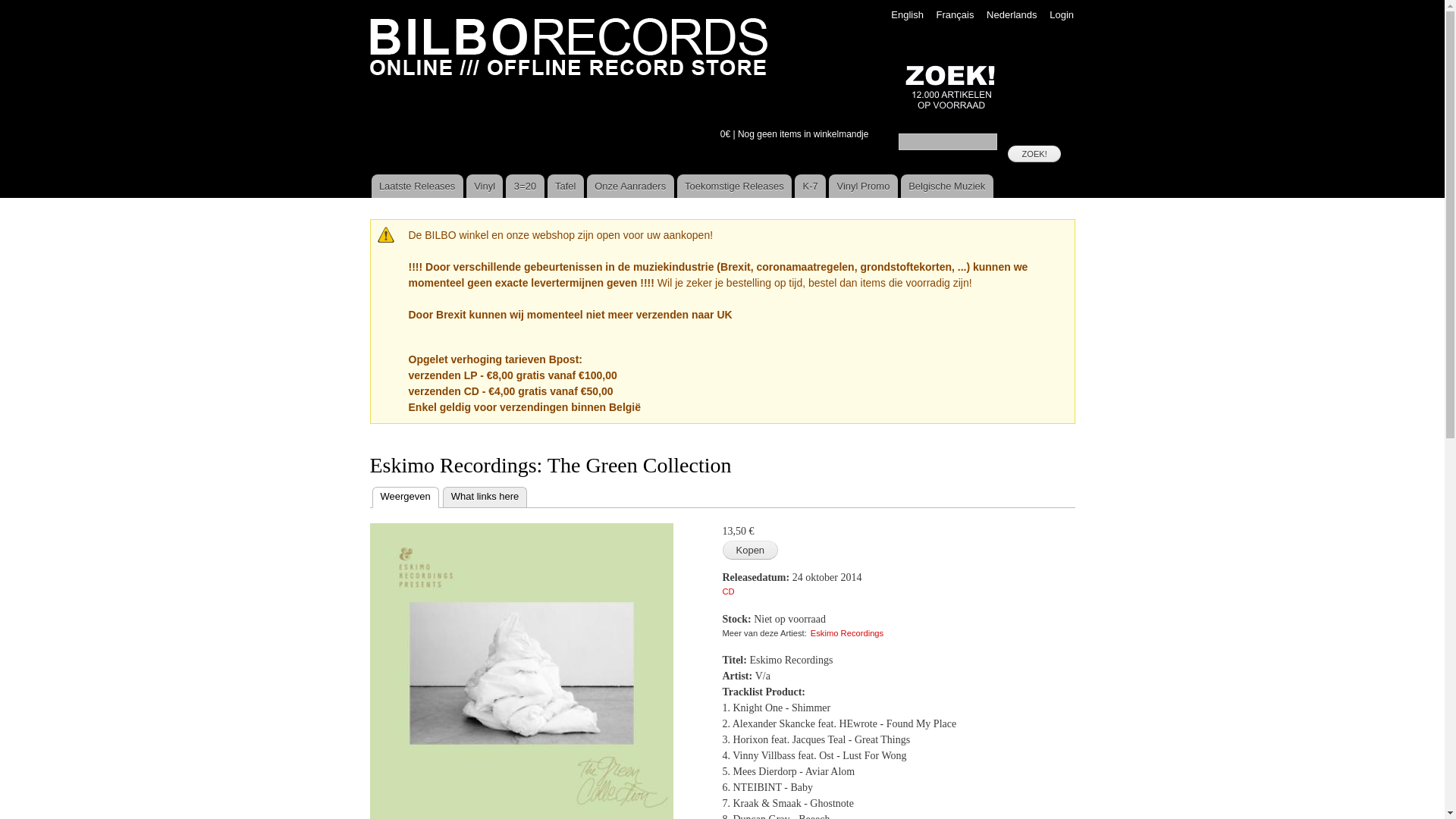  Describe the element at coordinates (809, 185) in the screenshot. I see `'K-7'` at that location.